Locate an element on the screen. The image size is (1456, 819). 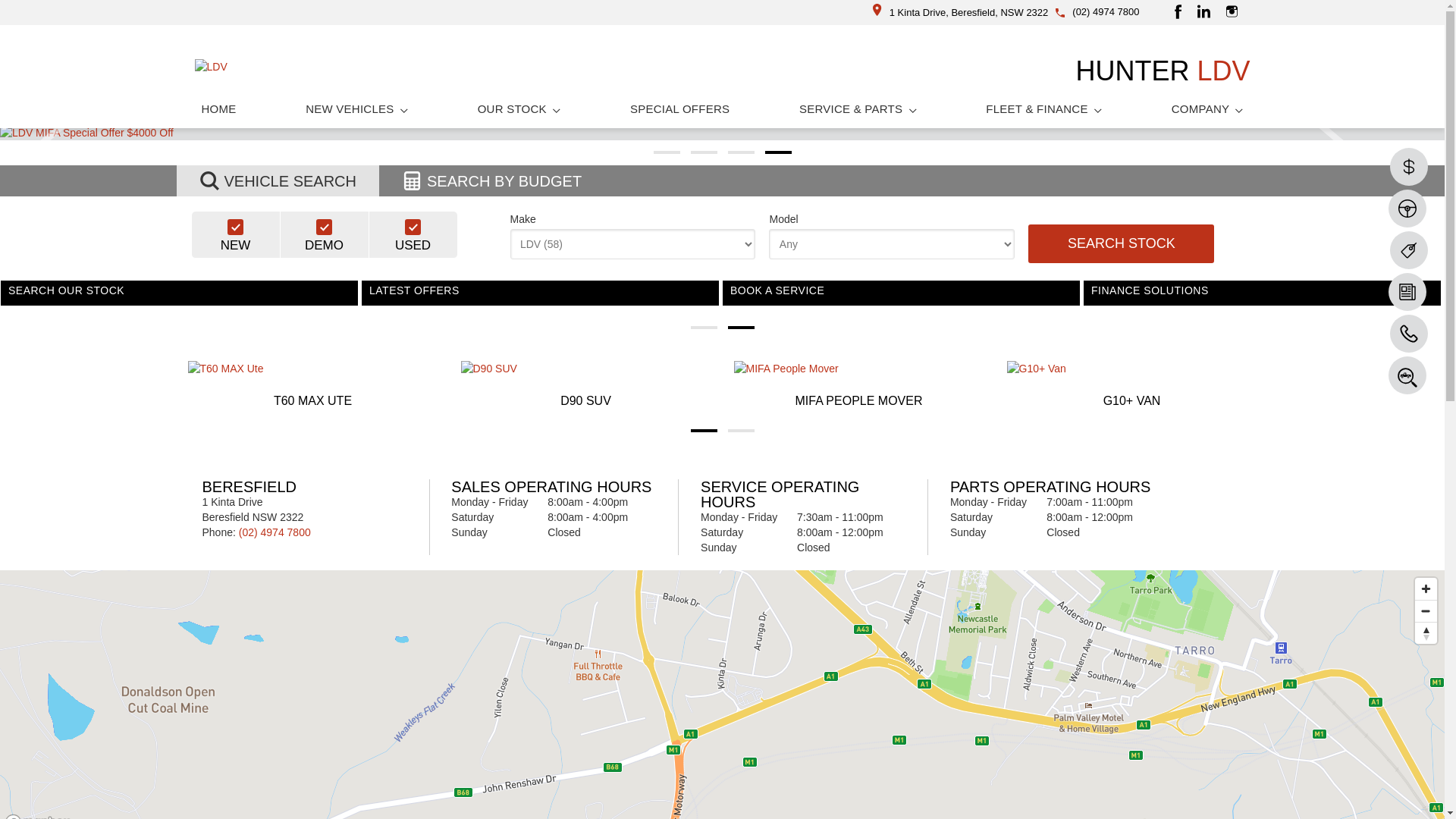
'VEHICLE SEARCH' is located at coordinates (277, 180).